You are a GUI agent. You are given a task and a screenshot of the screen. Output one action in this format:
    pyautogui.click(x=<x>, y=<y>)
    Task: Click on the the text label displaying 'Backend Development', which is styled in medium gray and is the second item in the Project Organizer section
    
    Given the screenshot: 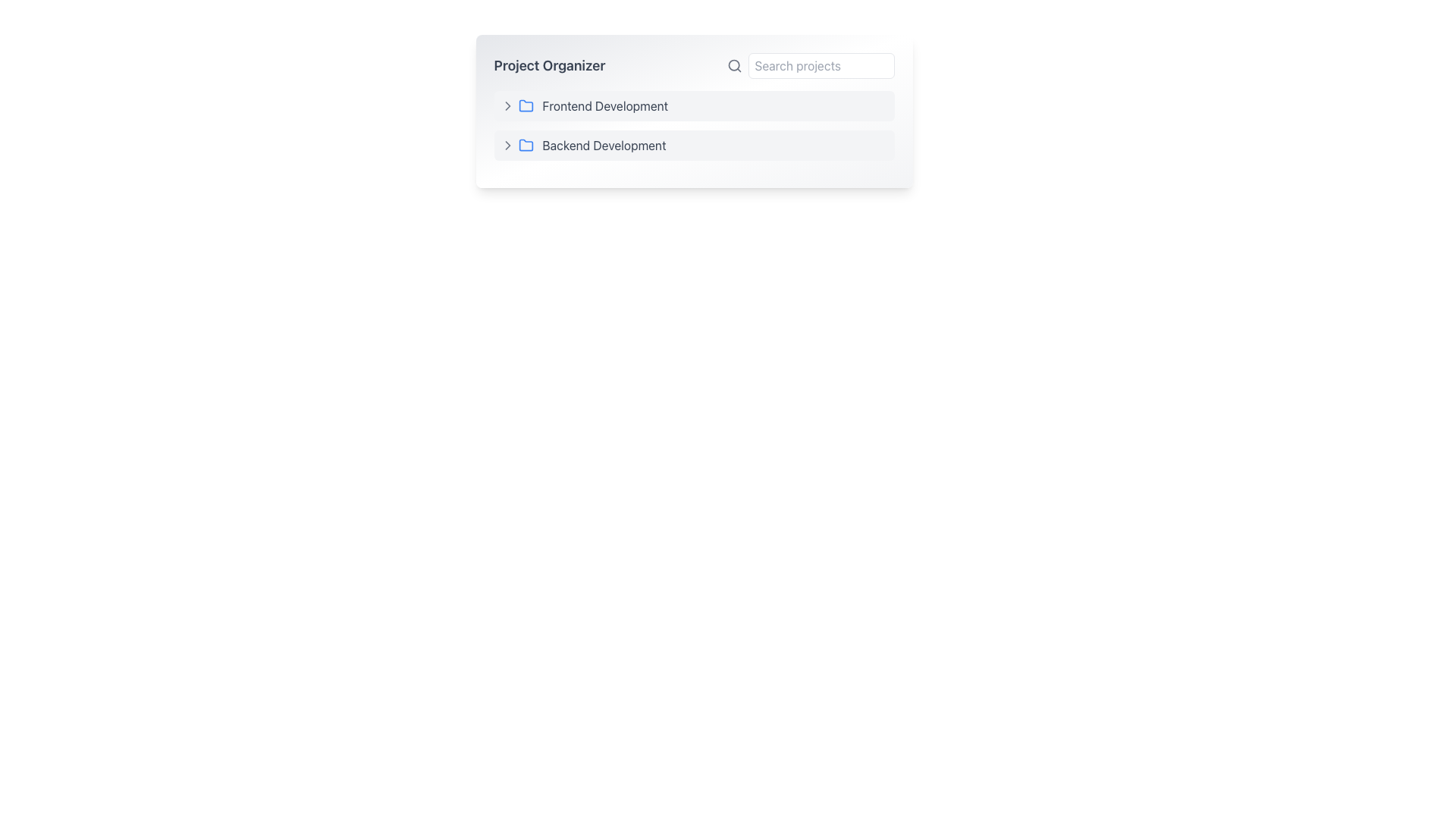 What is the action you would take?
    pyautogui.click(x=603, y=146)
    